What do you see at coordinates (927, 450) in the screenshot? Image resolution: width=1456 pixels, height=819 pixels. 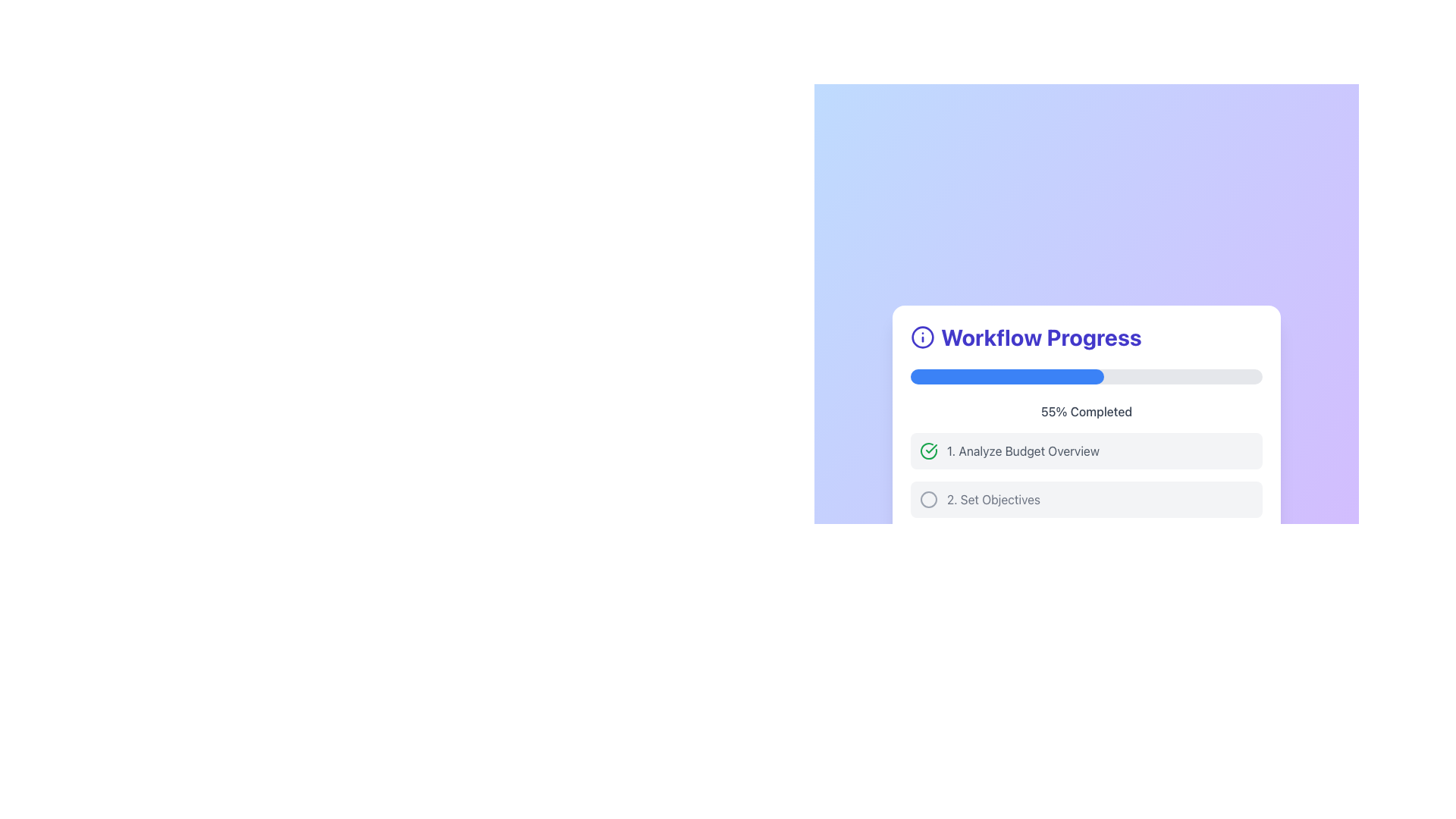 I see `the Checkmark icon` at bounding box center [927, 450].